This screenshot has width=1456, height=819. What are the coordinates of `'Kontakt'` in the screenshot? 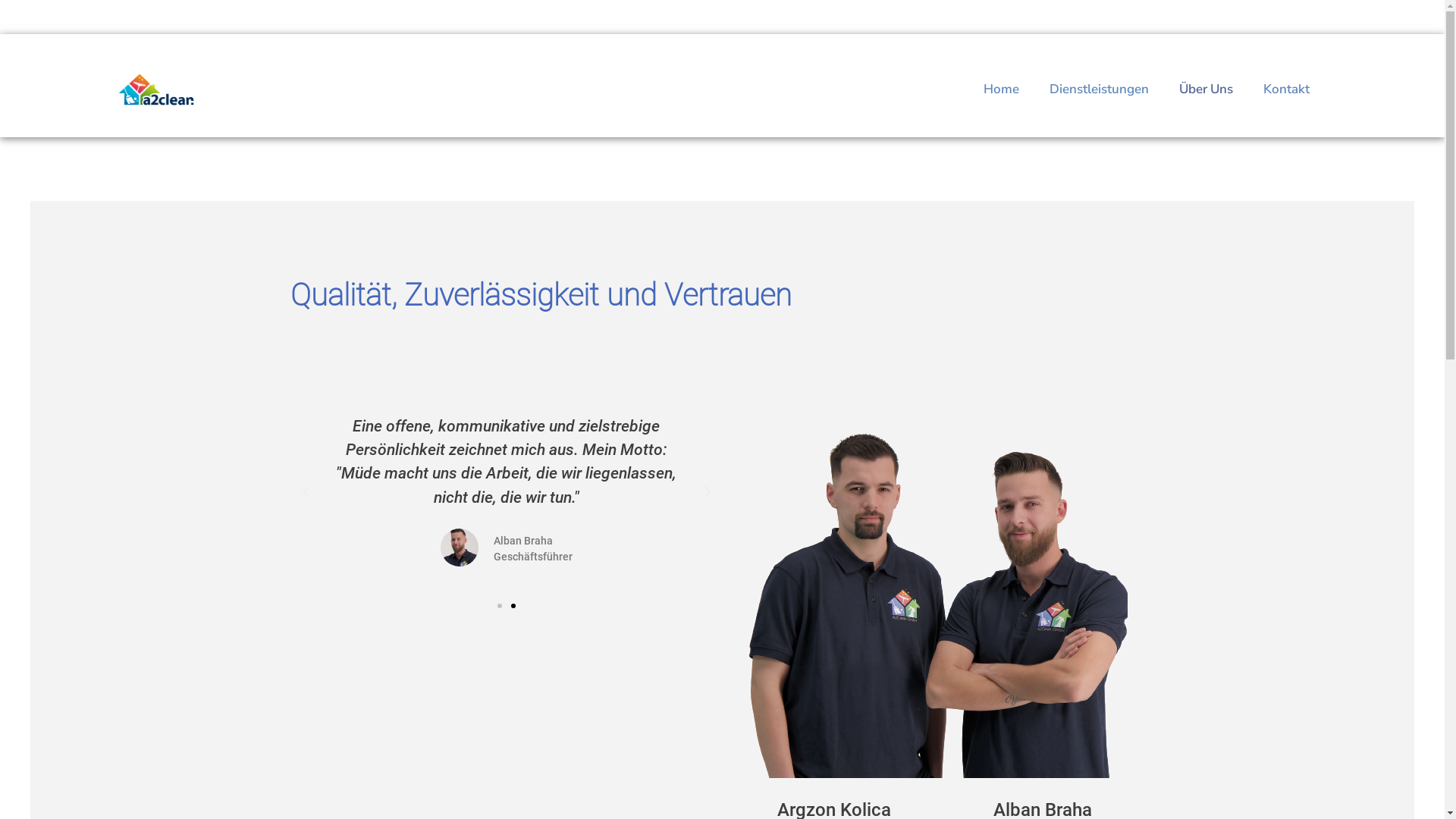 It's located at (1285, 89).